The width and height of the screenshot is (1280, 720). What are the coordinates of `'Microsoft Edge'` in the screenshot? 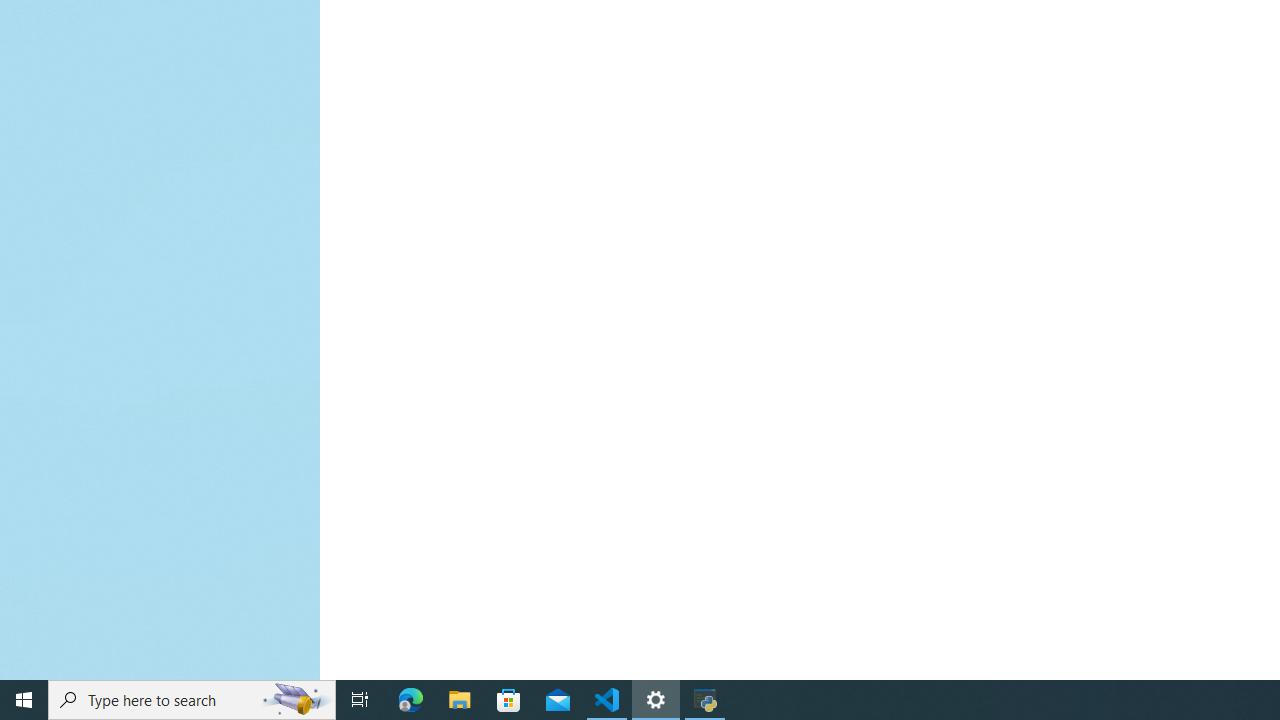 It's located at (410, 698).